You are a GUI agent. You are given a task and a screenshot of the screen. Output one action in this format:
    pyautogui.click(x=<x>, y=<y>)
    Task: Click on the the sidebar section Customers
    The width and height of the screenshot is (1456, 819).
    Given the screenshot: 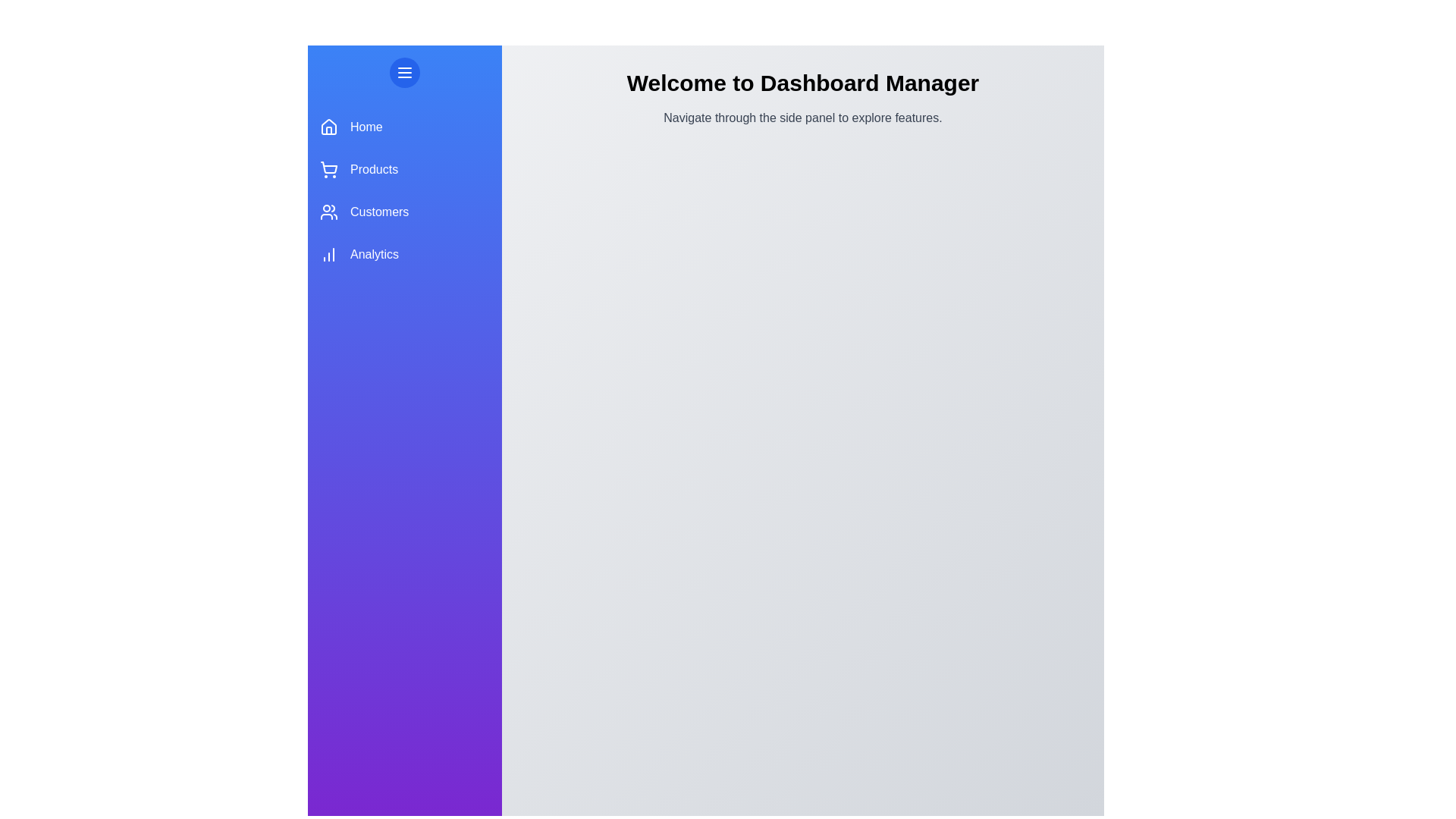 What is the action you would take?
    pyautogui.click(x=404, y=212)
    